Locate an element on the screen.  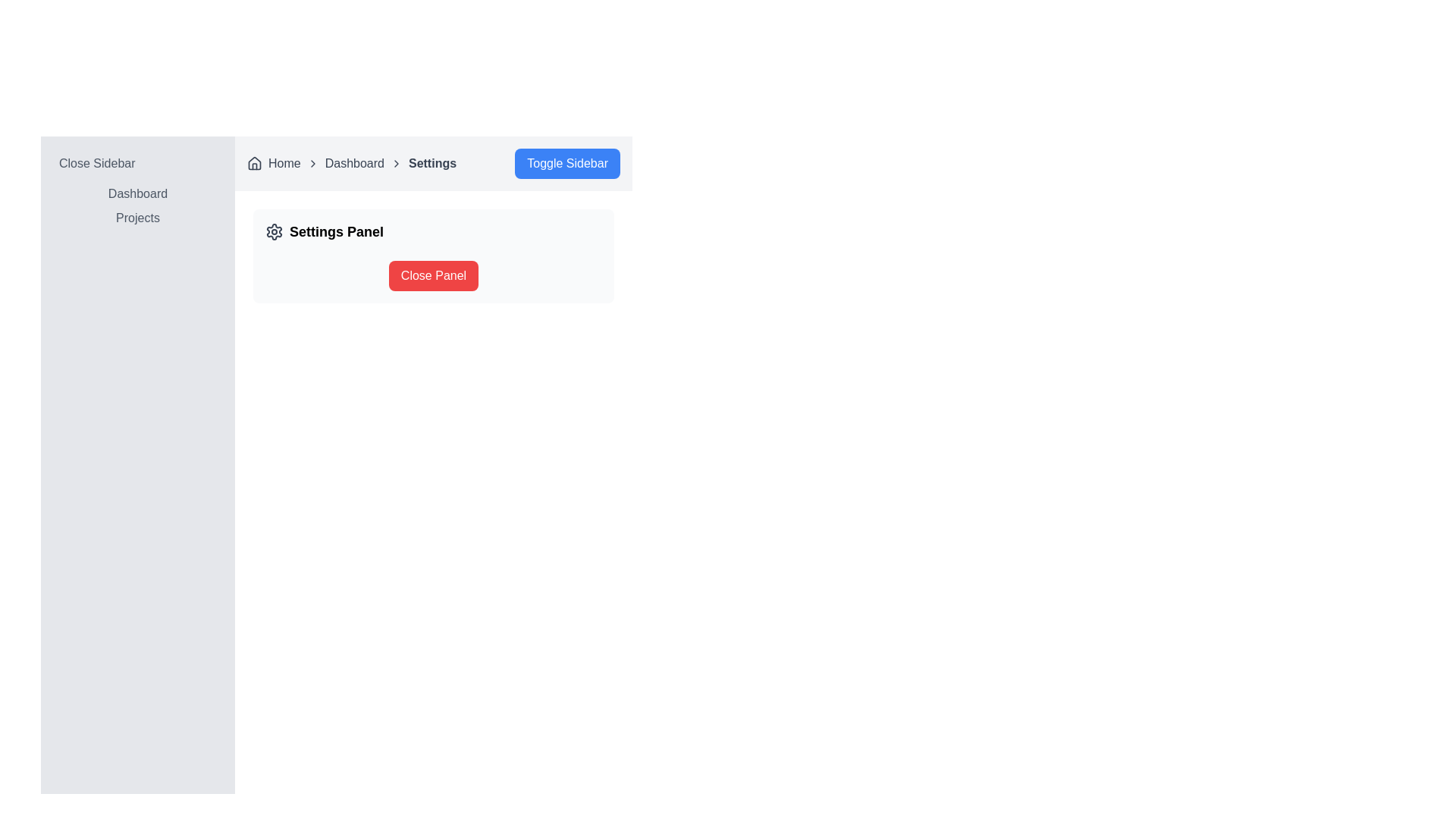
the gear icon located in the settings panel header, positioned to the left of the text 'Settings Panel' is located at coordinates (274, 231).